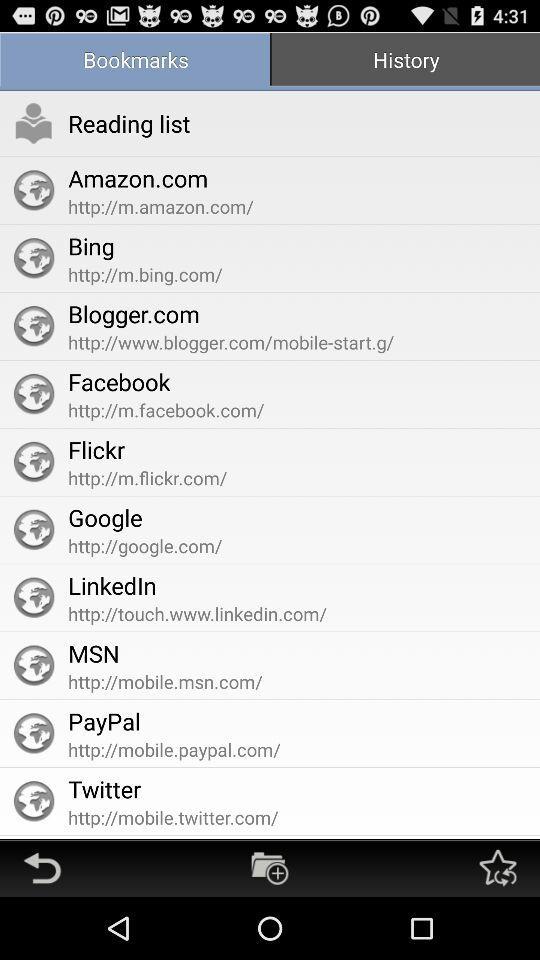  What do you see at coordinates (270, 867) in the screenshot?
I see `a folder` at bounding box center [270, 867].